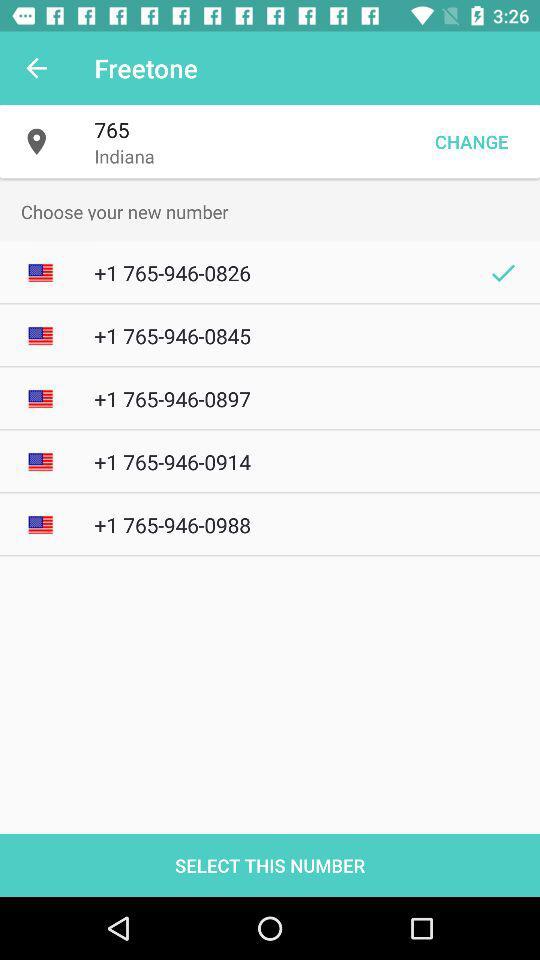 Image resolution: width=540 pixels, height=960 pixels. What do you see at coordinates (471, 140) in the screenshot?
I see `the icon to the right of the indiana item` at bounding box center [471, 140].